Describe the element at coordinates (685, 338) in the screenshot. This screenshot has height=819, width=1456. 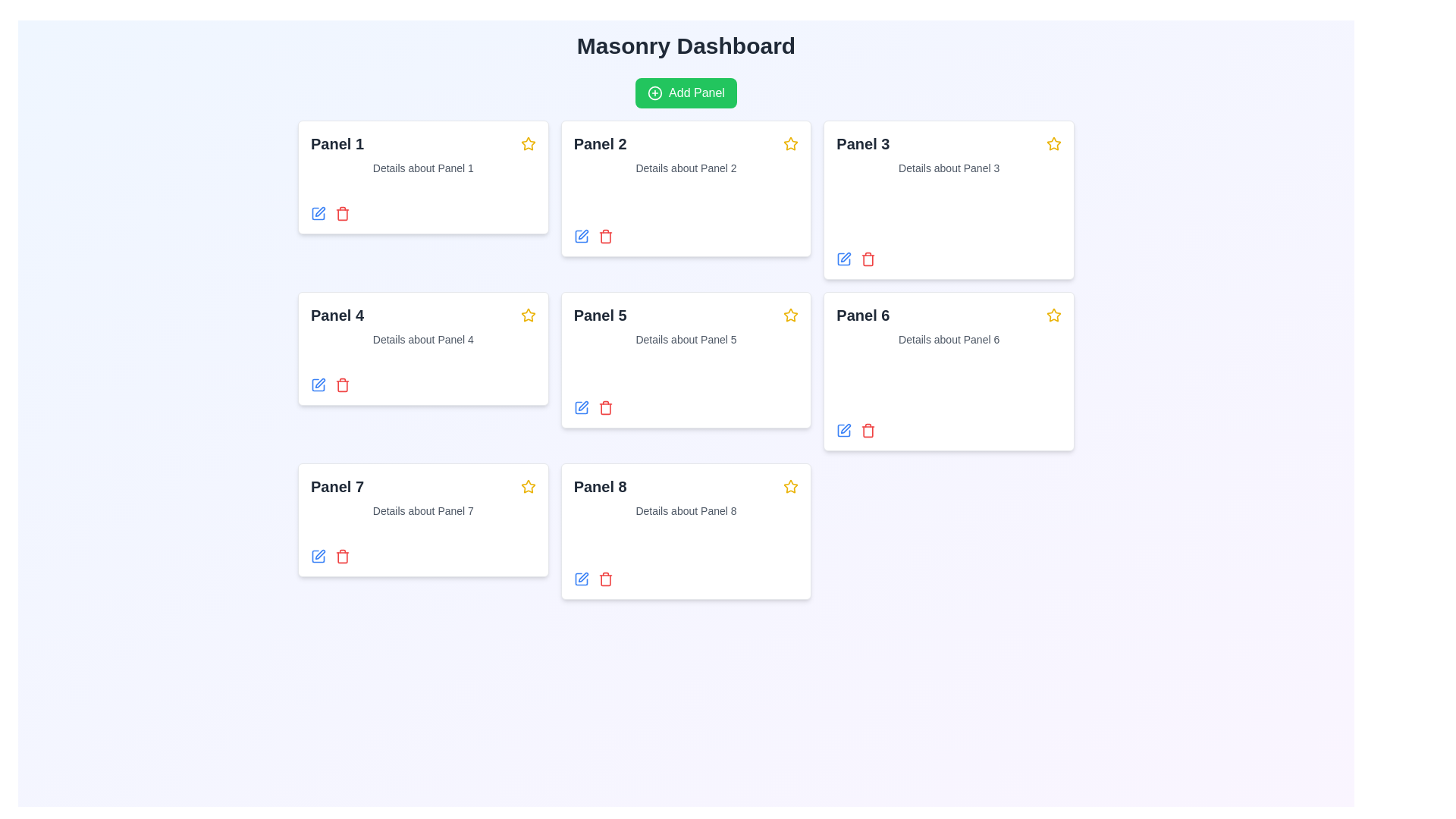
I see `static descriptive text located beneath the title of the card labeled 'Panel 5', which is positioned in the middle row of displayed cards` at that location.